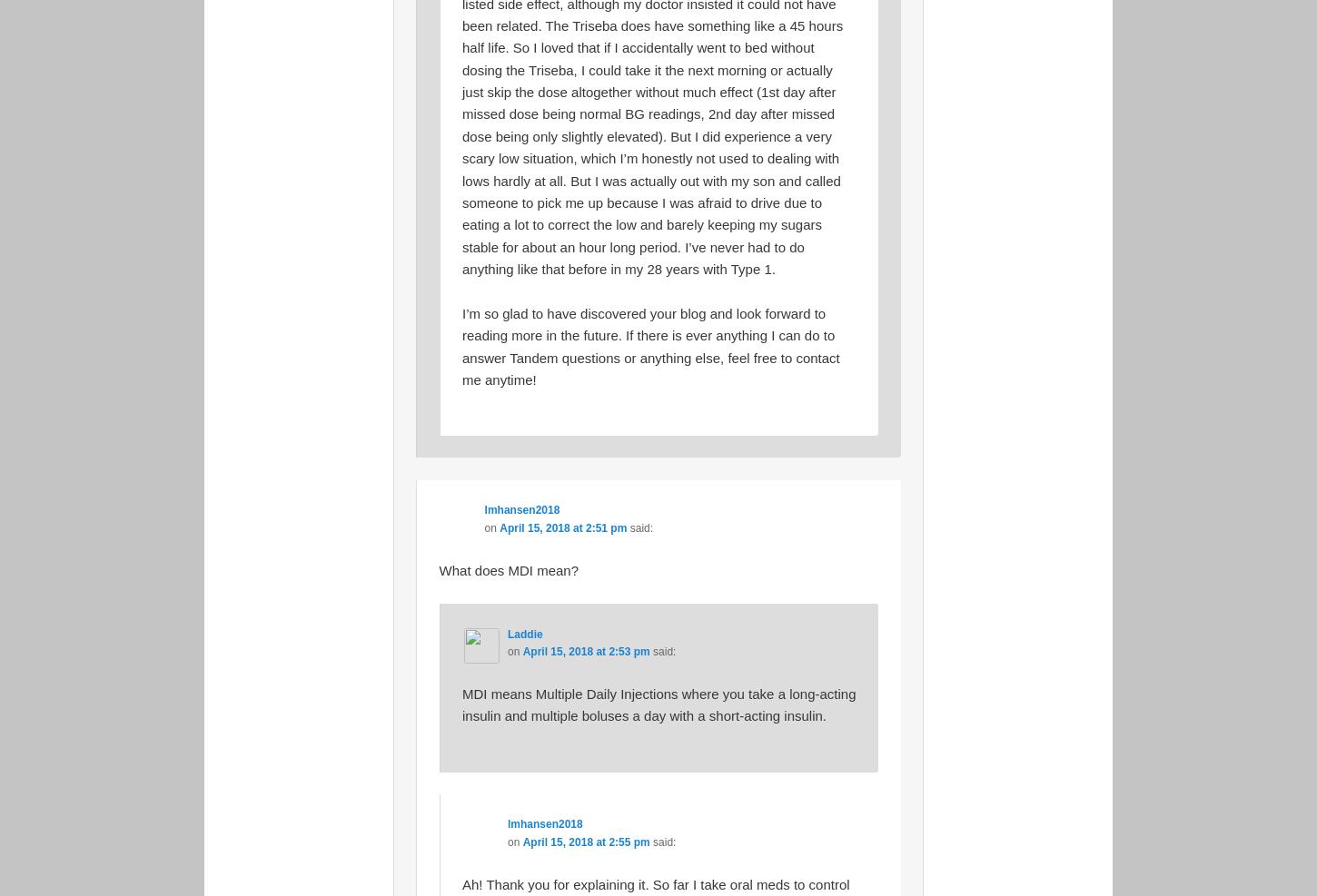 This screenshot has width=1317, height=896. Describe the element at coordinates (562, 527) in the screenshot. I see `'April 15, 2018 at 2:51 pm'` at that location.